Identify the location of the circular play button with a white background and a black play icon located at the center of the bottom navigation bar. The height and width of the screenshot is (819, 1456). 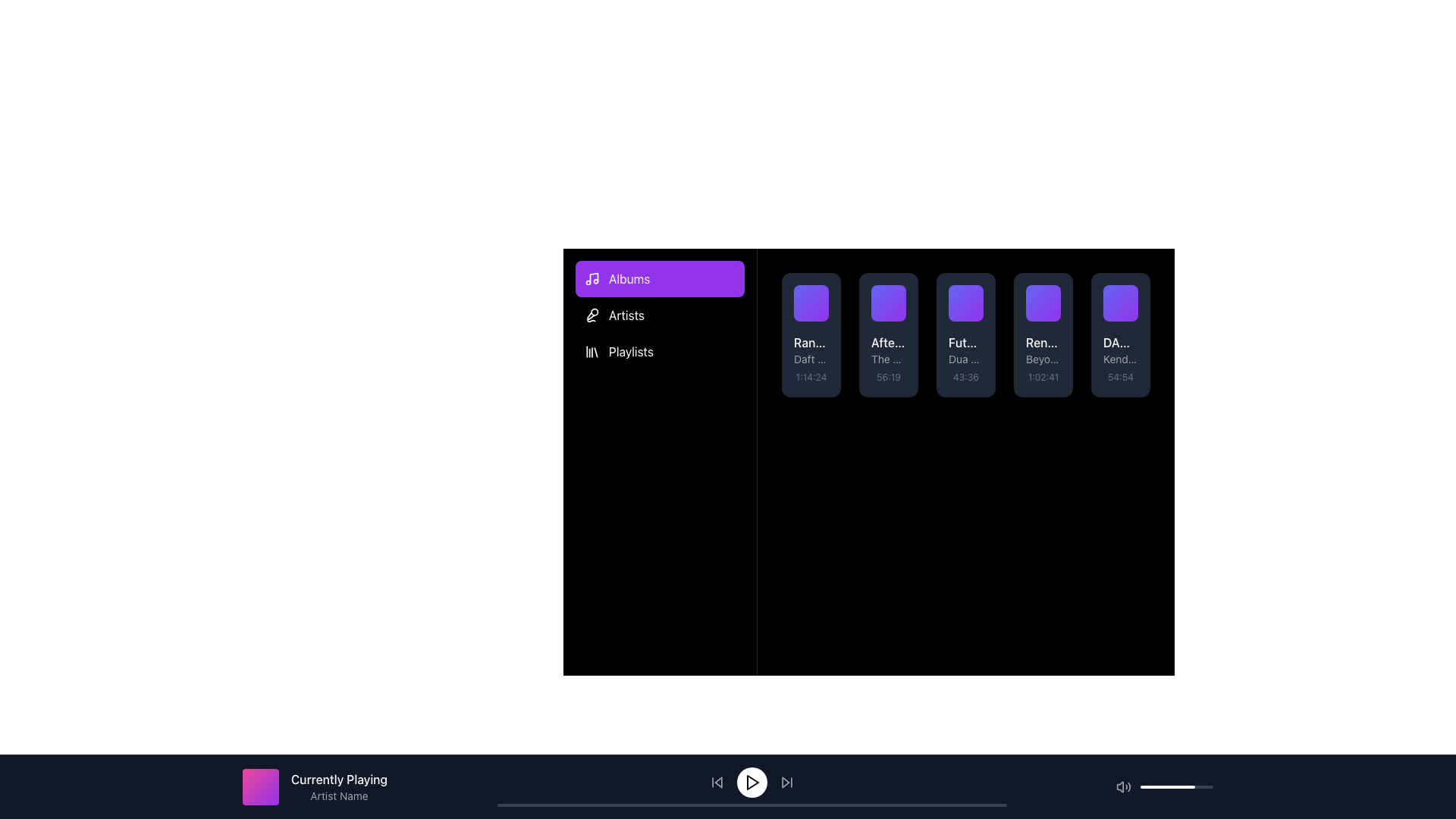
(752, 783).